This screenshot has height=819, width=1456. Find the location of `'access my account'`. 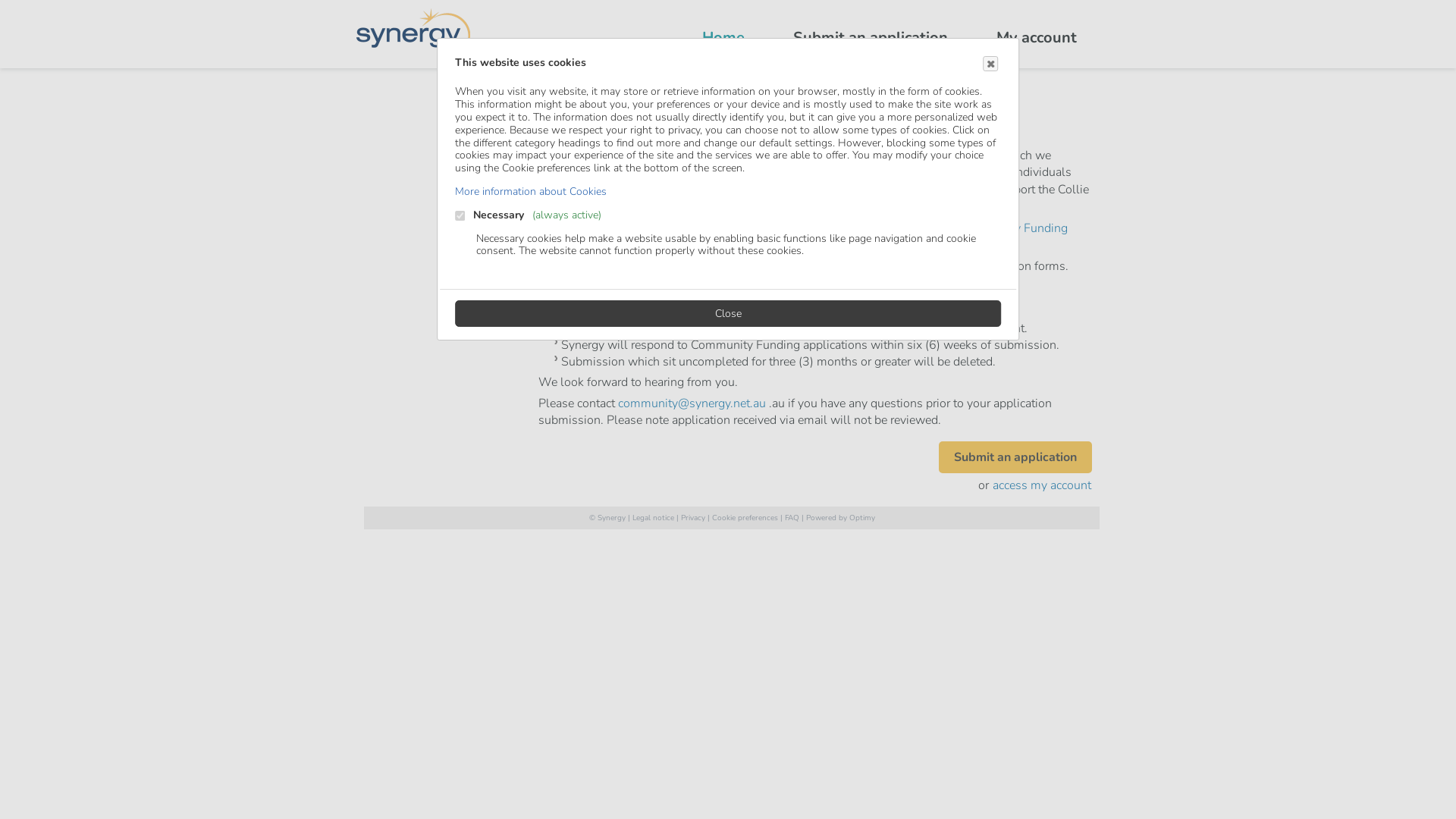

'access my account' is located at coordinates (1040, 485).